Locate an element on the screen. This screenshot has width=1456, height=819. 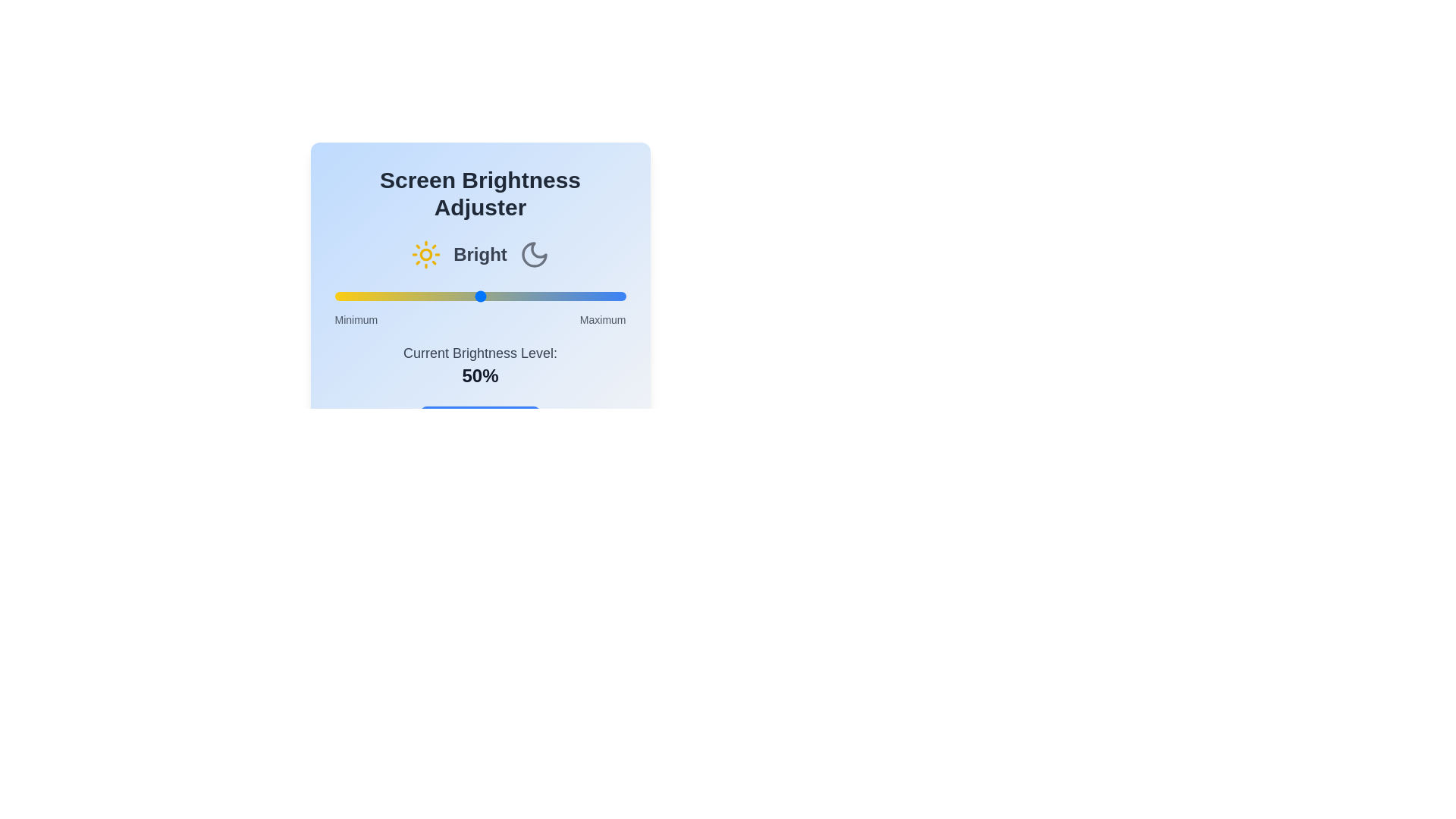
the brightness slider to 25% is located at coordinates (407, 296).